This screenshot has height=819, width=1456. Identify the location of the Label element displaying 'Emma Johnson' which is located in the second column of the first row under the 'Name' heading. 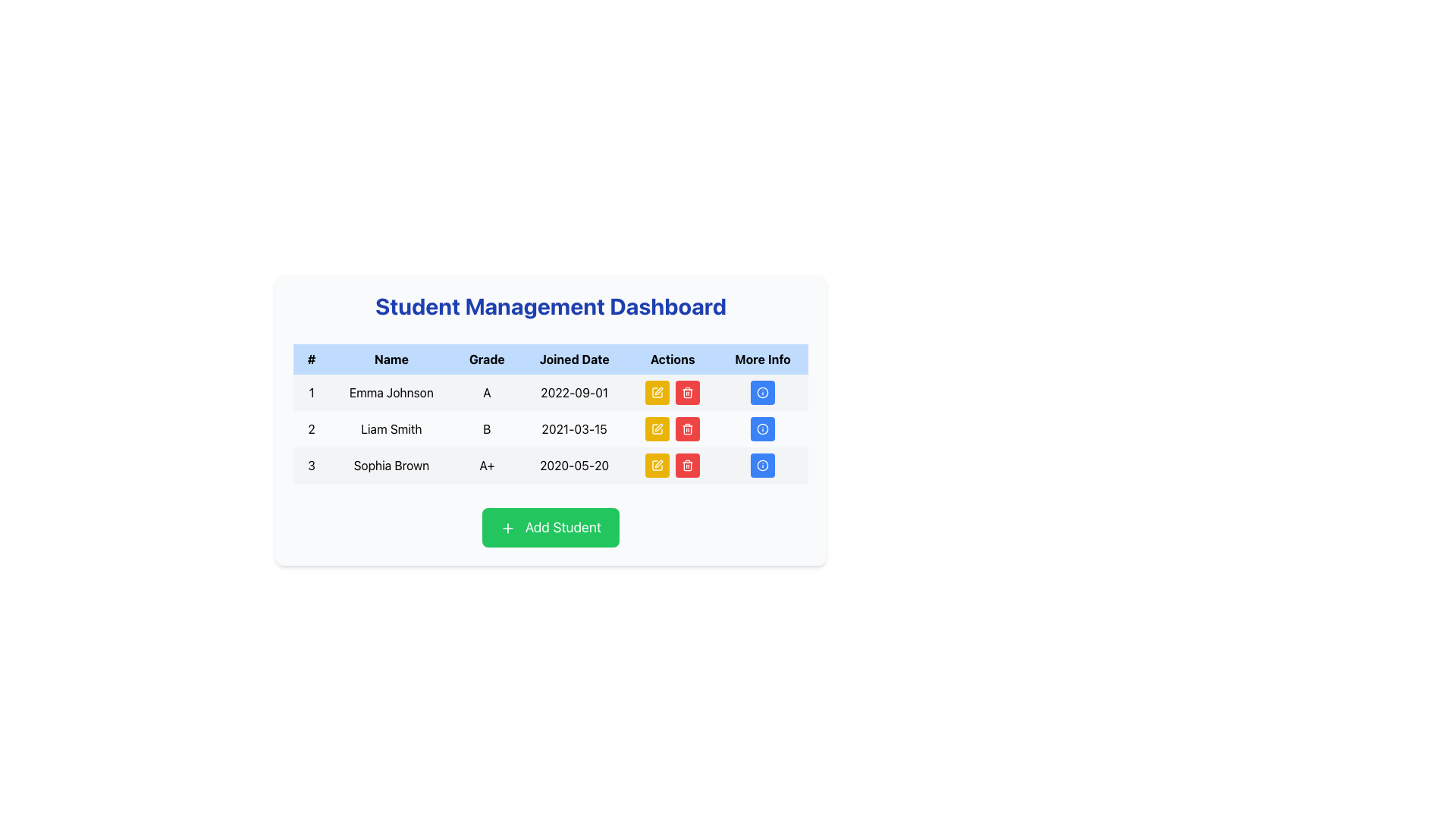
(391, 391).